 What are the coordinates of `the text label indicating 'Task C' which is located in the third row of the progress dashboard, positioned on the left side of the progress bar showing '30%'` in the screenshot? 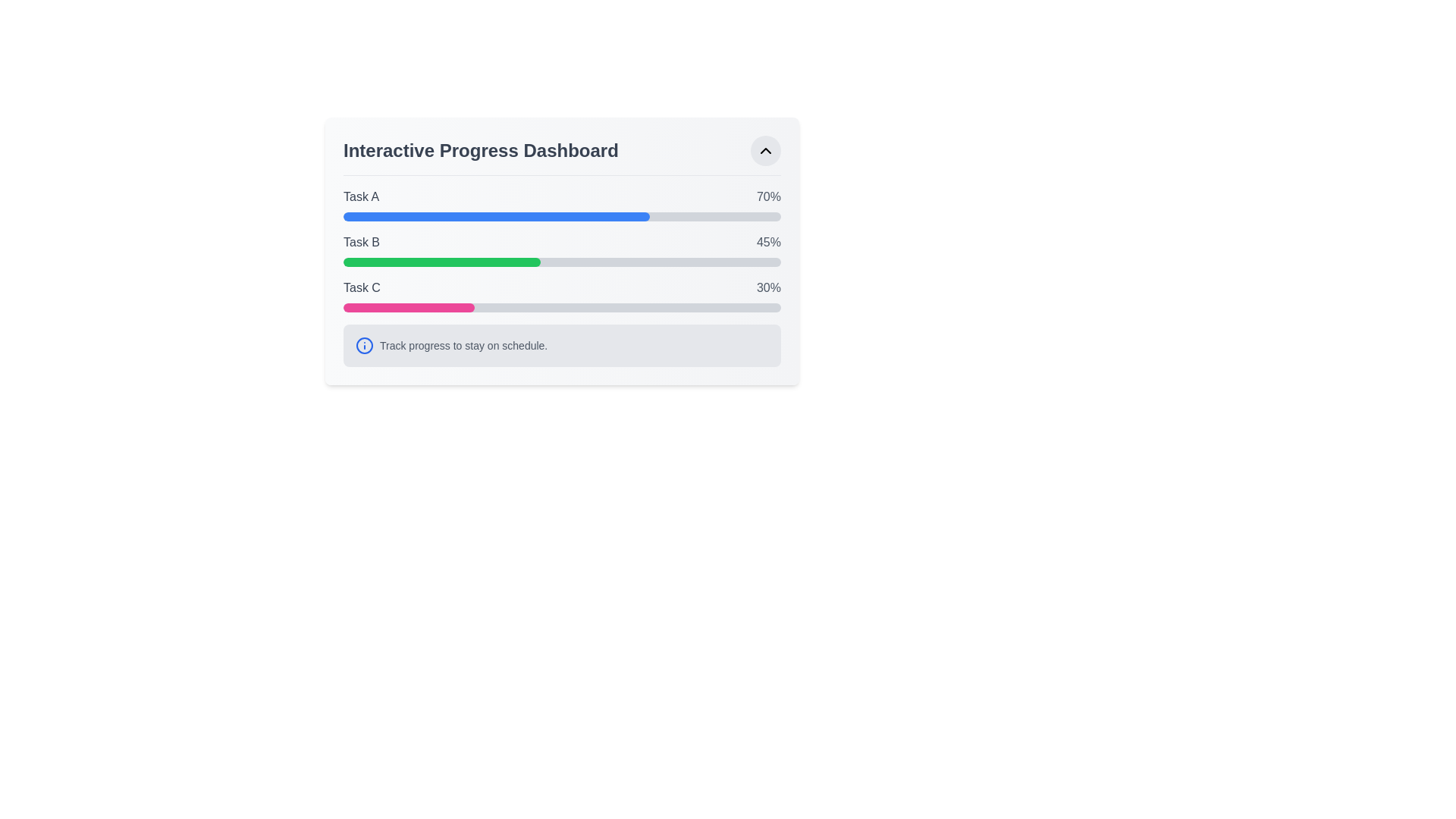 It's located at (361, 288).